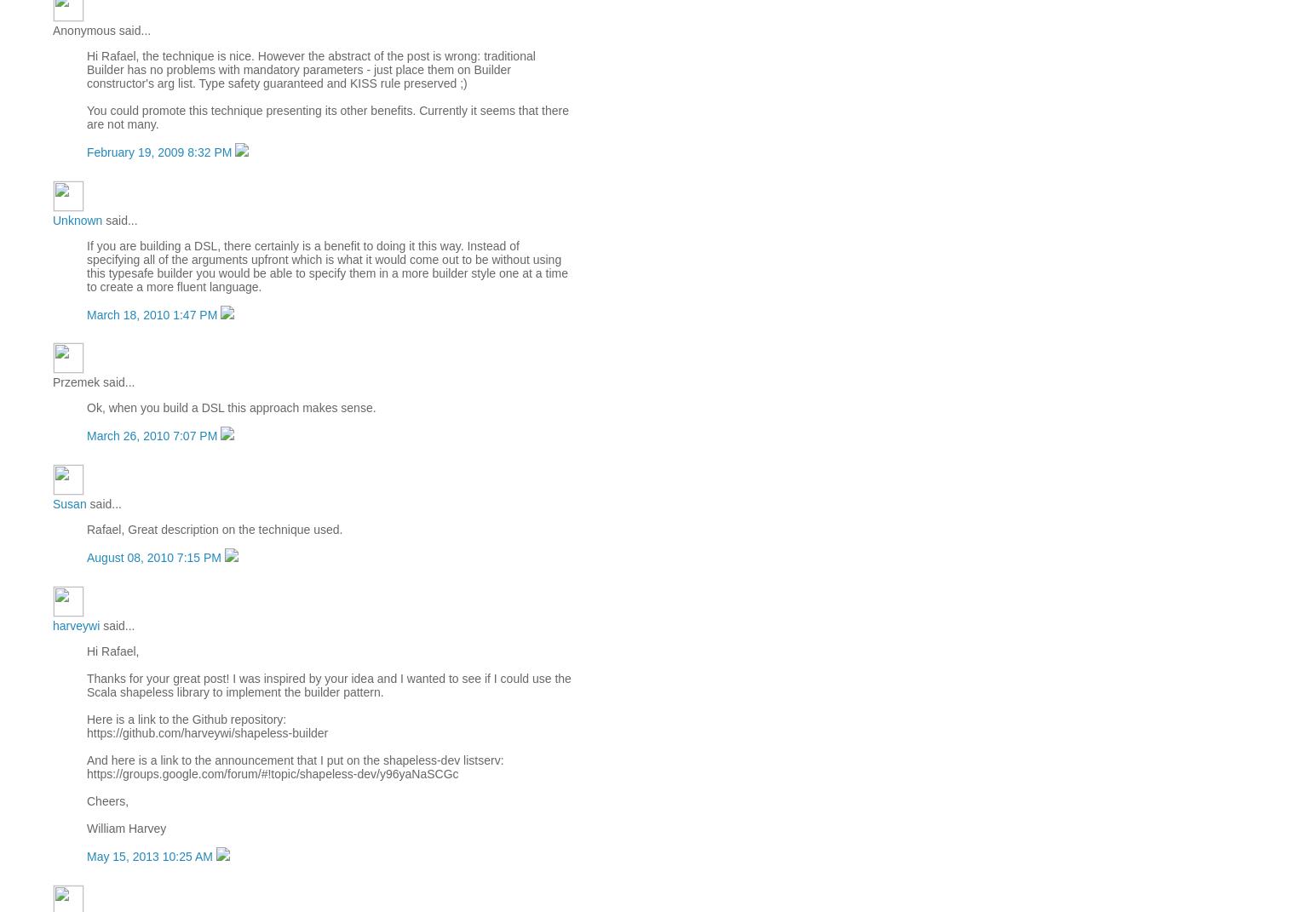 The image size is (1316, 912). What do you see at coordinates (309, 68) in the screenshot?
I see `'Hi Rafael, the technique is nice. However the abstract of the post is wrong: traditional Builder has no problems with mandatory parameters - just place them on Builder constructor's arg list. Type safety guaranteed and KISS rule preserved ;)'` at bounding box center [309, 68].